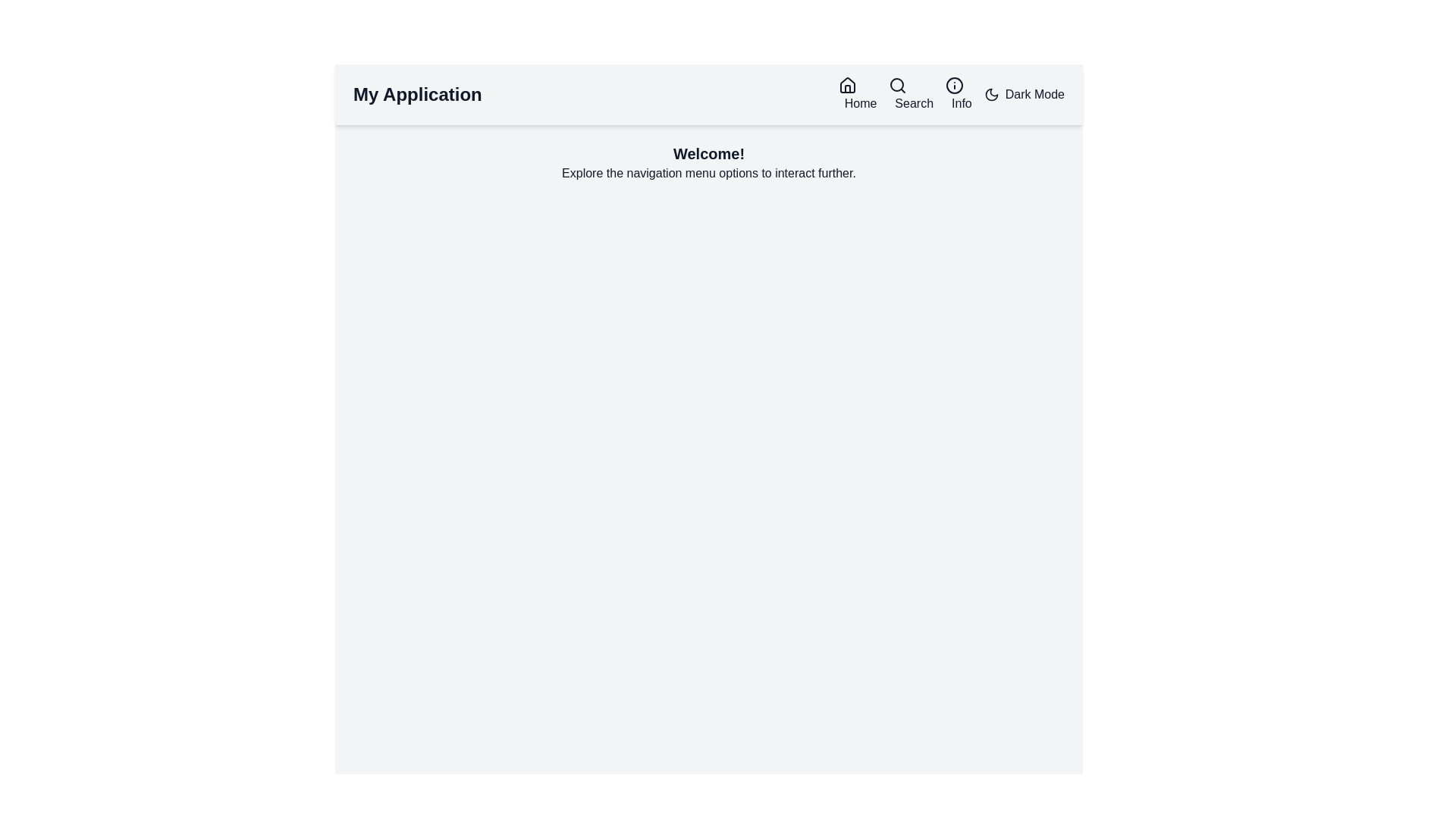 The height and width of the screenshot is (819, 1456). What do you see at coordinates (1024, 94) in the screenshot?
I see `the toggle button with an icon and text on the right side of the header section to switch between light and dark themes` at bounding box center [1024, 94].